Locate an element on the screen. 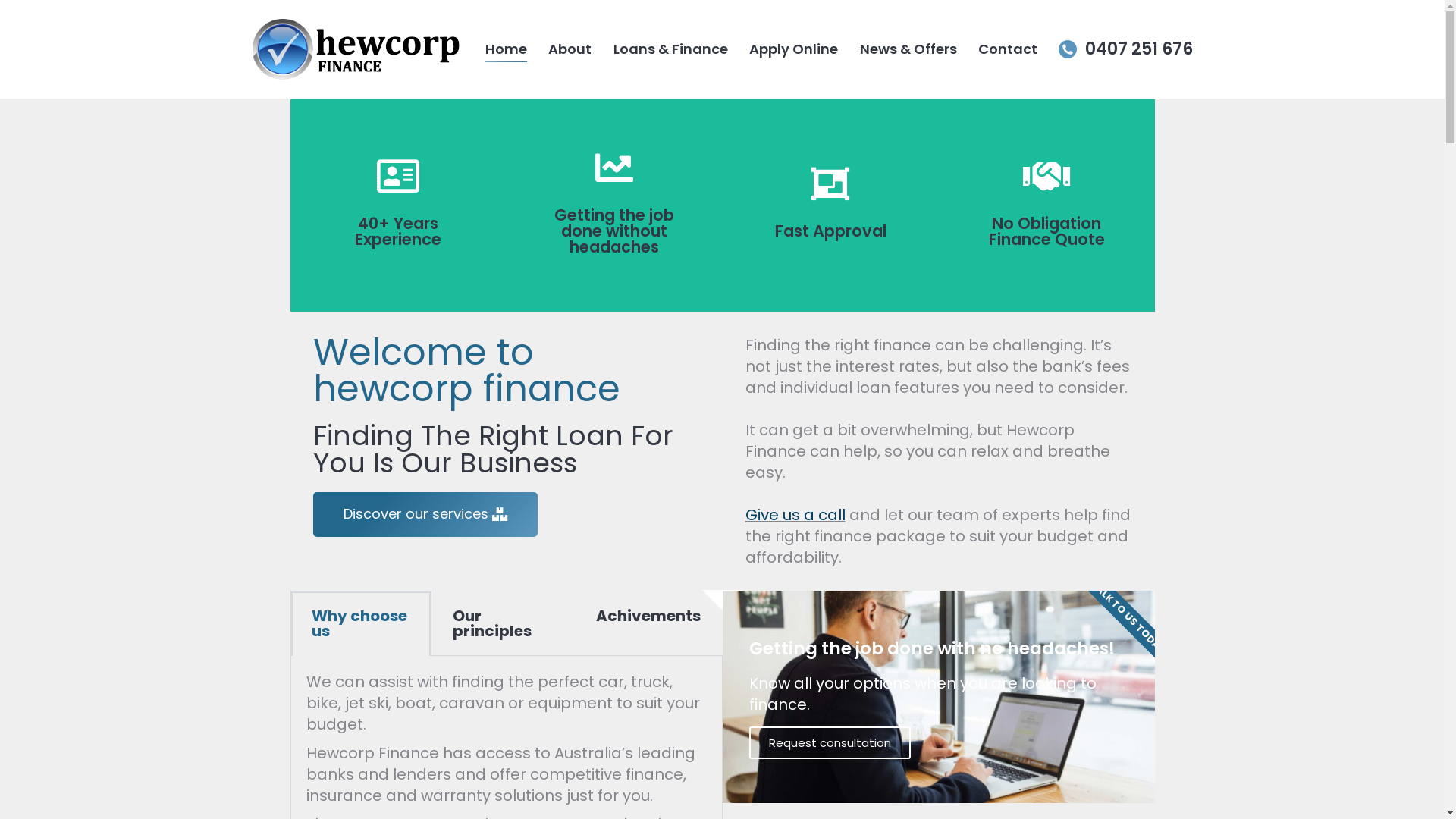 The width and height of the screenshot is (1456, 819). 'Request consultation' is located at coordinates (829, 742).